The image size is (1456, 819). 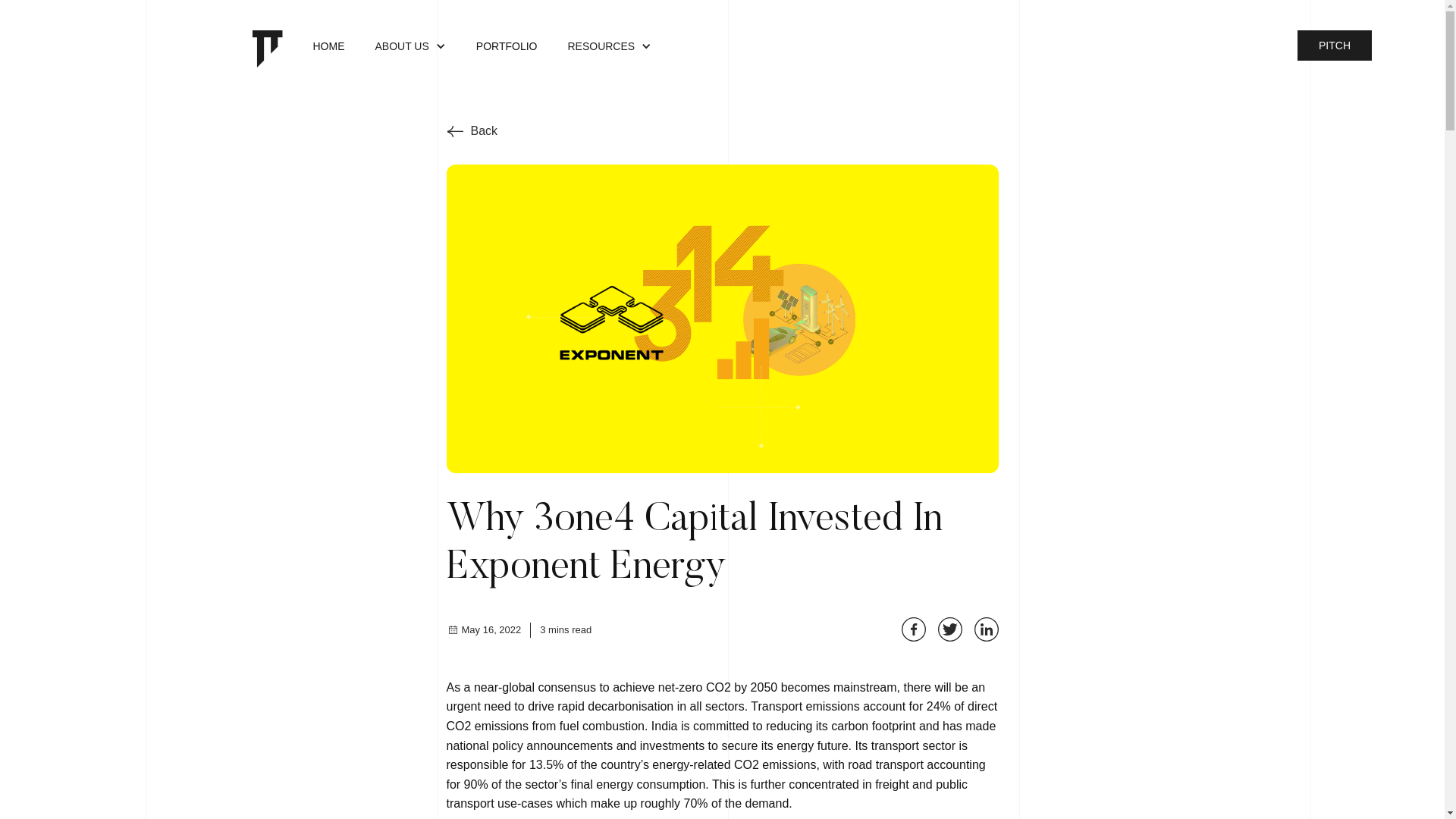 I want to click on 'Share on Facebook', so click(x=912, y=629).